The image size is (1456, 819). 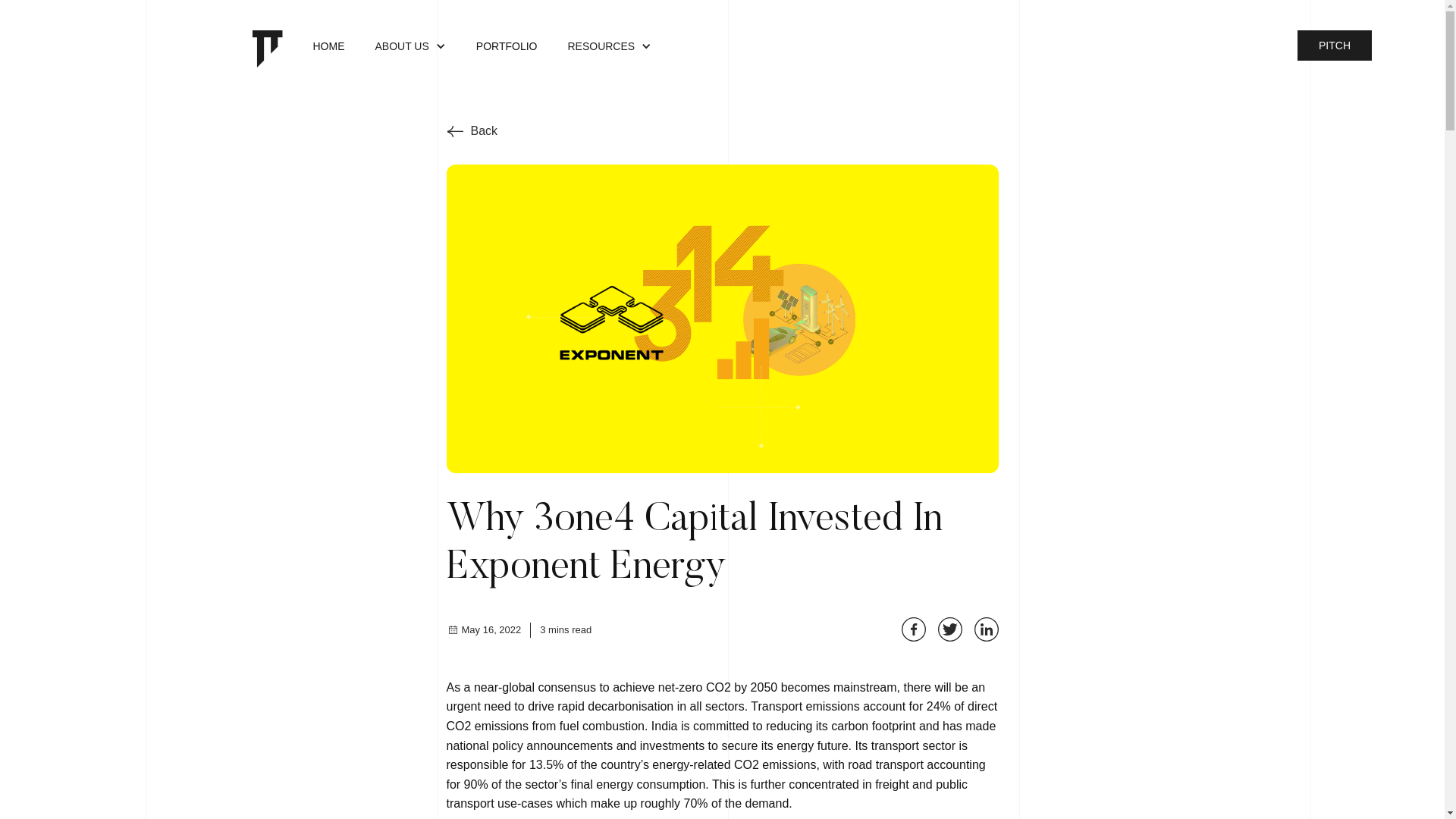 I want to click on 'Share on Facebook', so click(x=912, y=629).